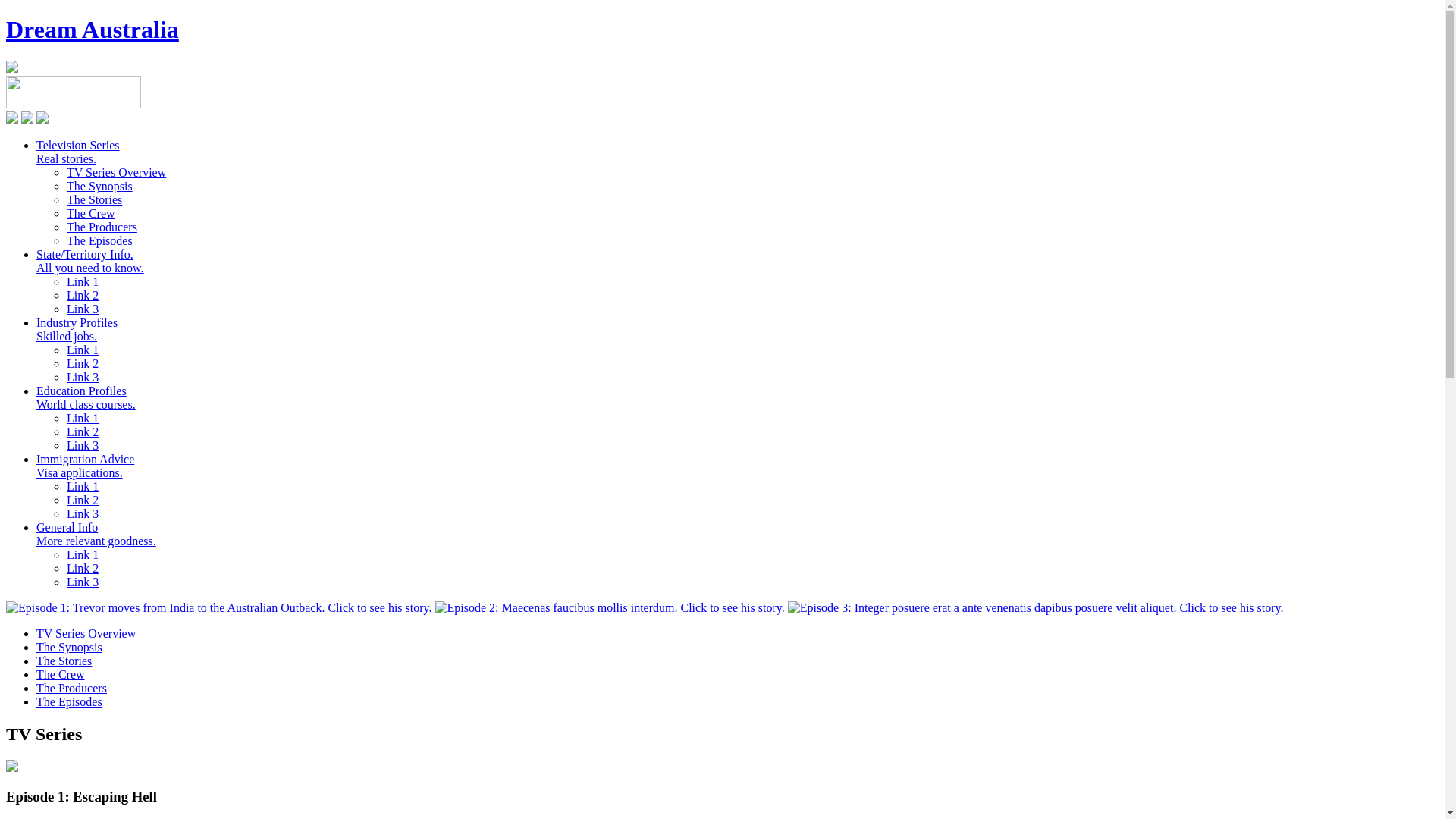  What do you see at coordinates (99, 240) in the screenshot?
I see `'The Episodes'` at bounding box center [99, 240].